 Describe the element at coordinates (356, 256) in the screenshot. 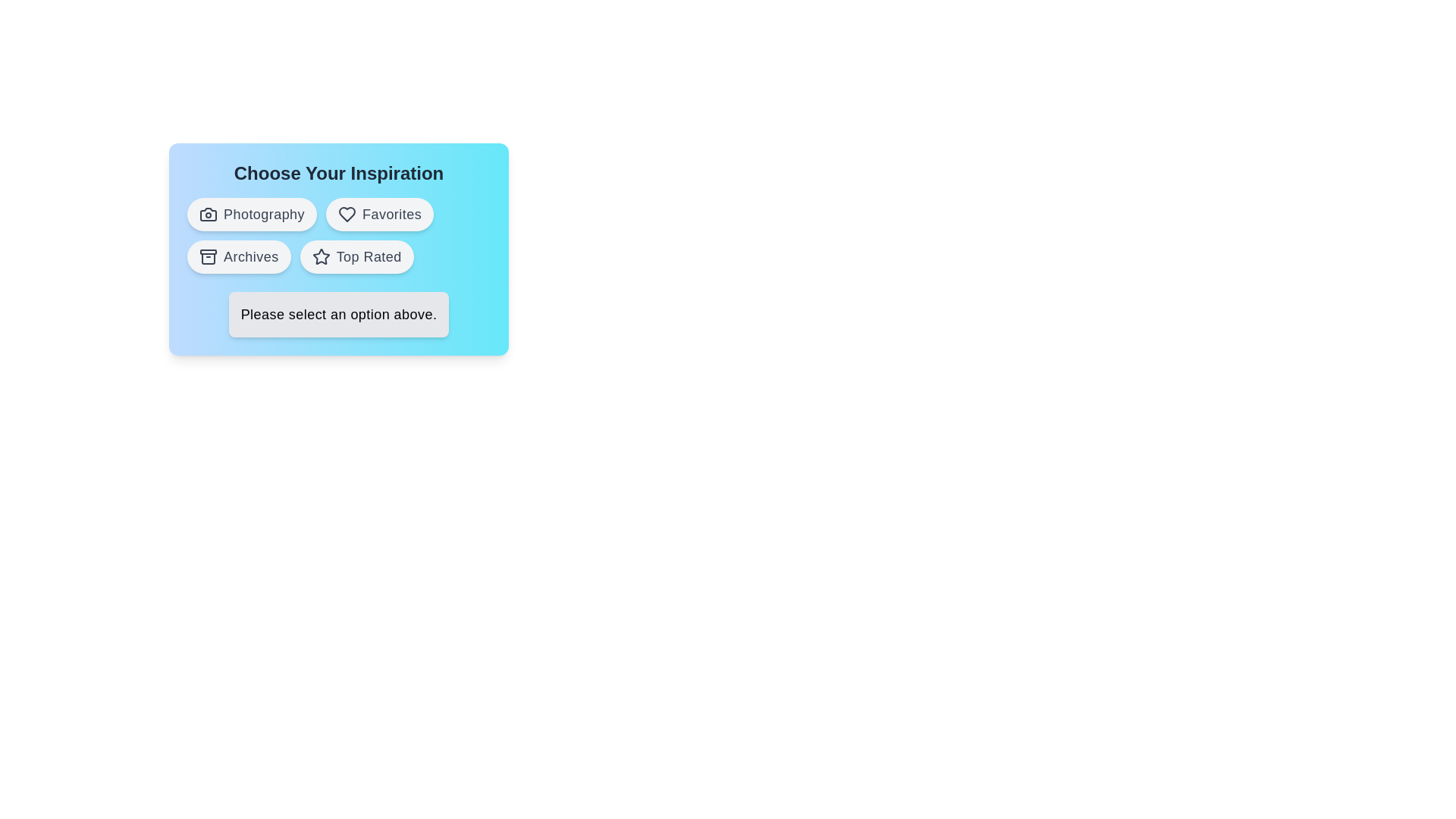

I see `the 'Top Rated' button, which is a rounded button with a light gray background and dark gray text, located in the bottom-right corner of a grid of options` at that location.